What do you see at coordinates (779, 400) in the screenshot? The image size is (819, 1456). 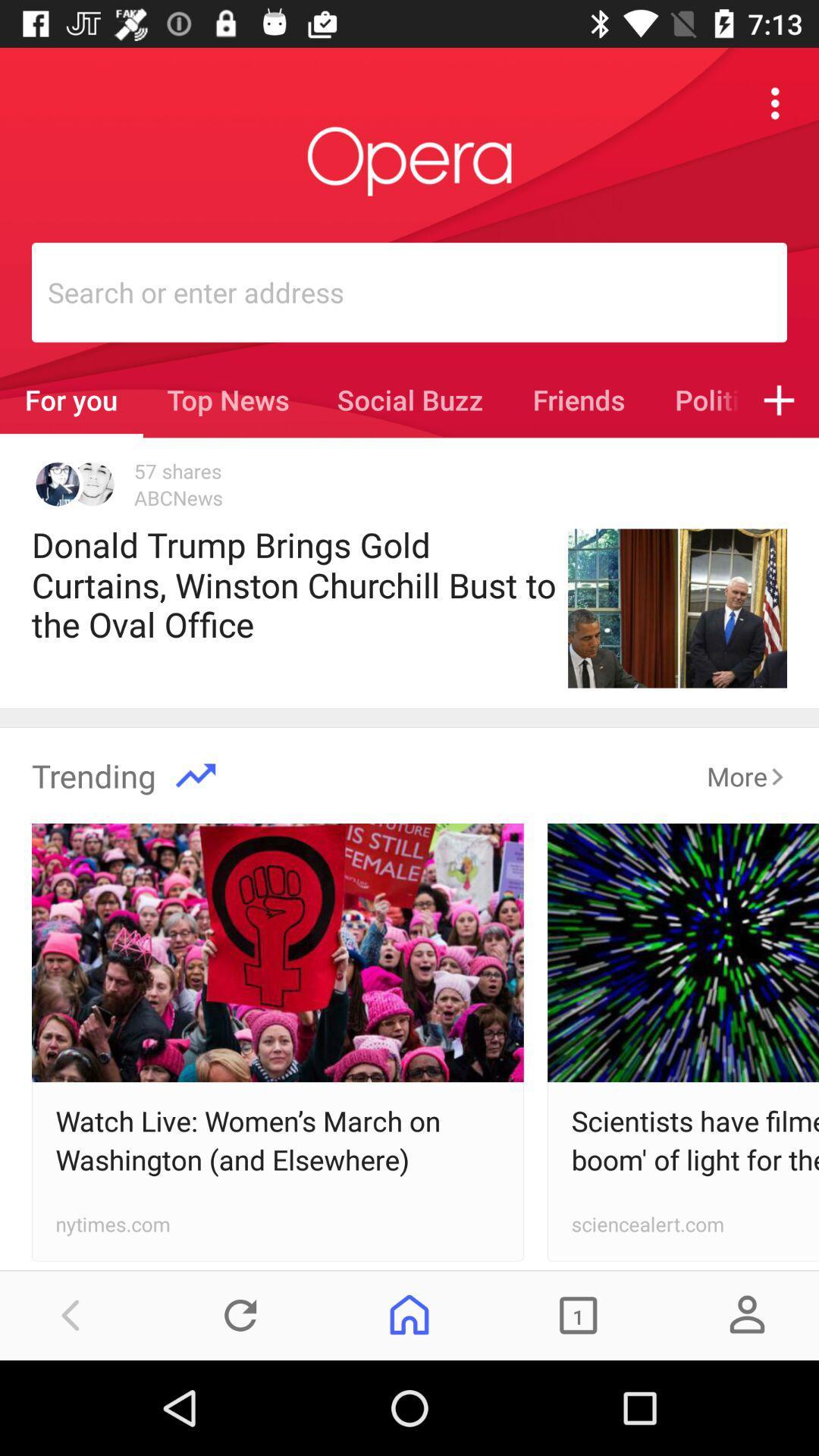 I see `the add icon` at bounding box center [779, 400].